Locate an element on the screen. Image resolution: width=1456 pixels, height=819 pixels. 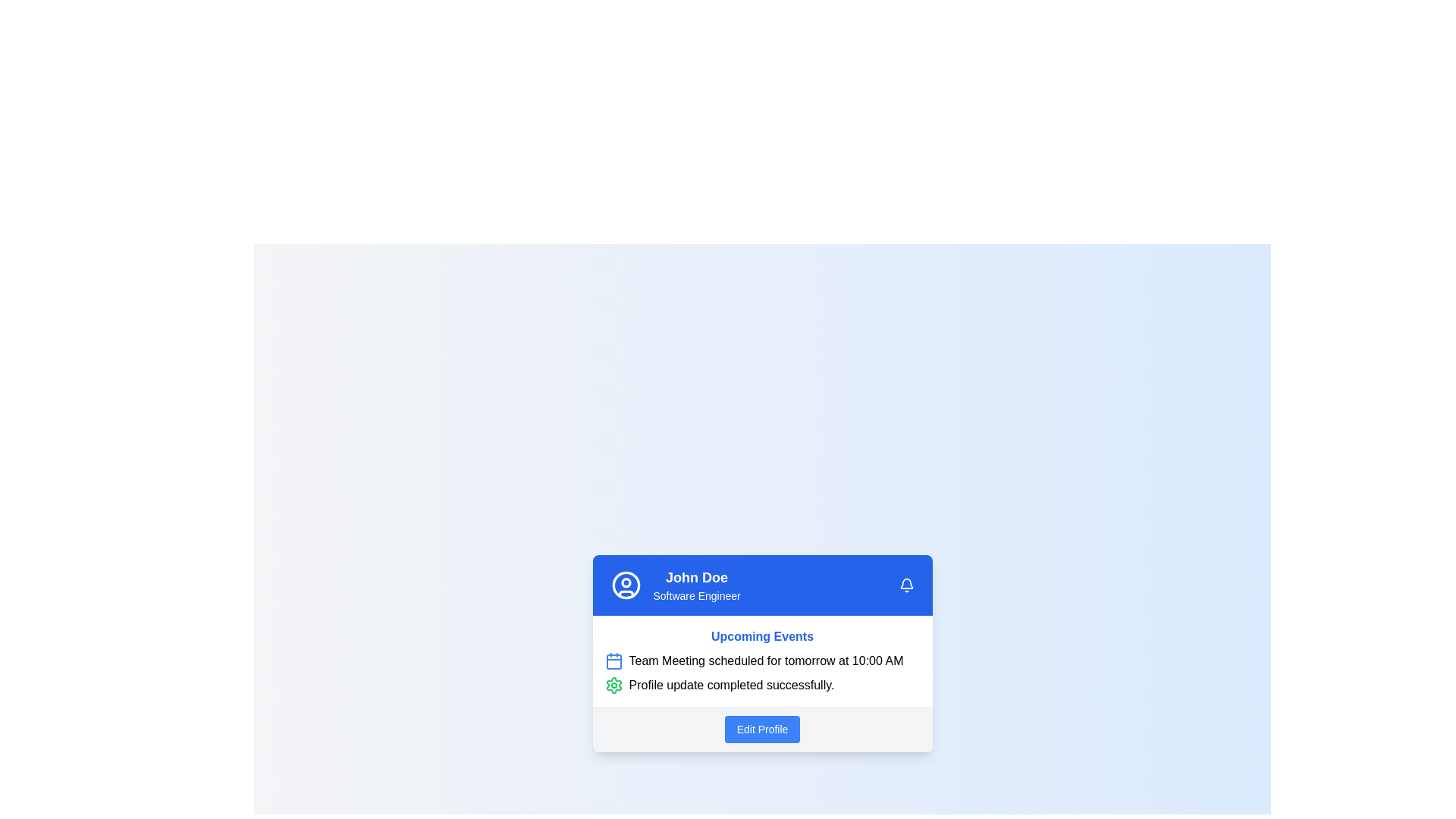
the calendar icon, which is located on the leftmost side of the 'Team Meeting scheduled for tomorrow at 10:00 AM' text, featuring a blue stroke and a square outline with rounded corners is located at coordinates (613, 660).